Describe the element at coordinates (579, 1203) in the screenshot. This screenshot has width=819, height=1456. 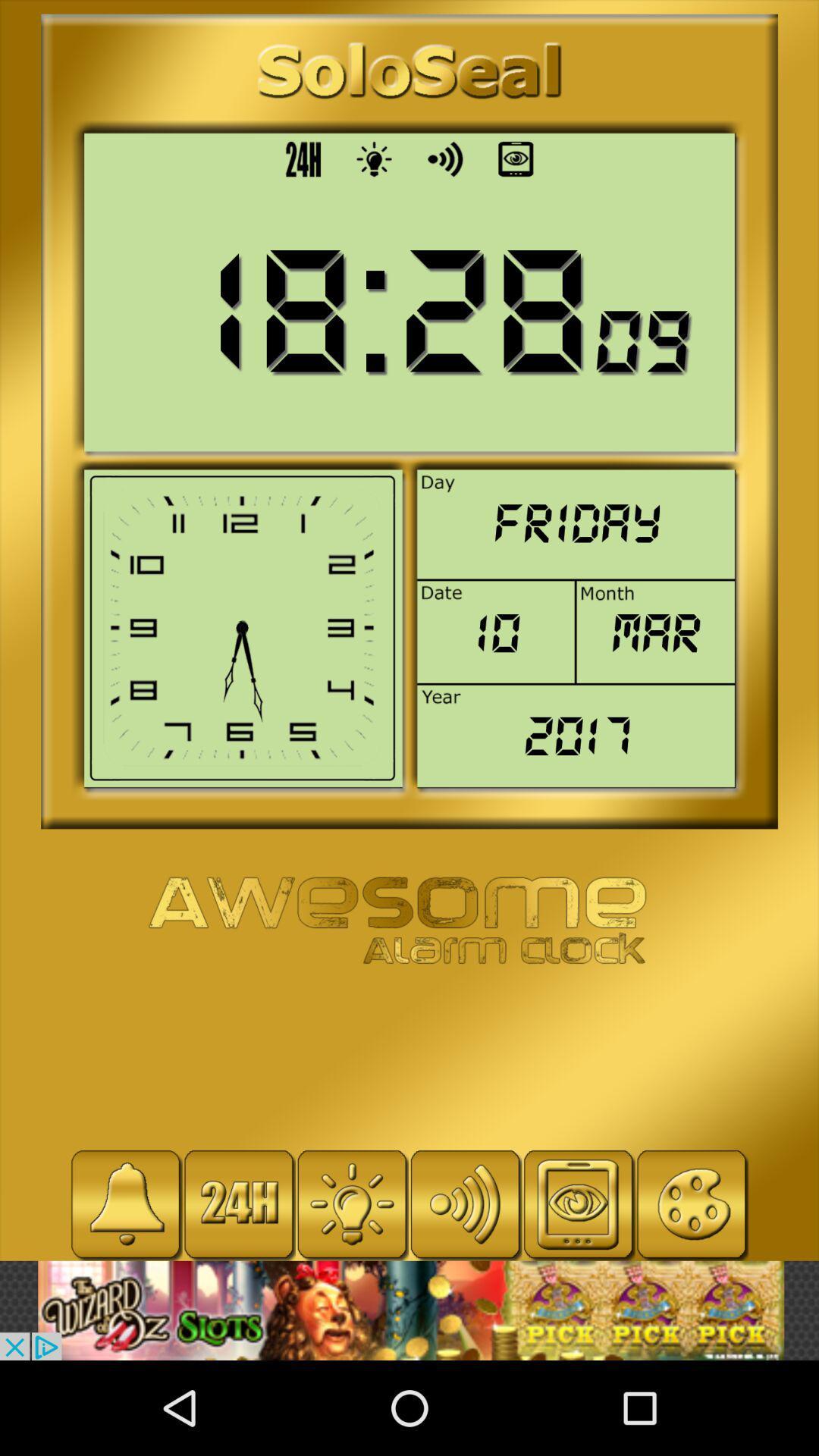
I see `keep screen awakw` at that location.